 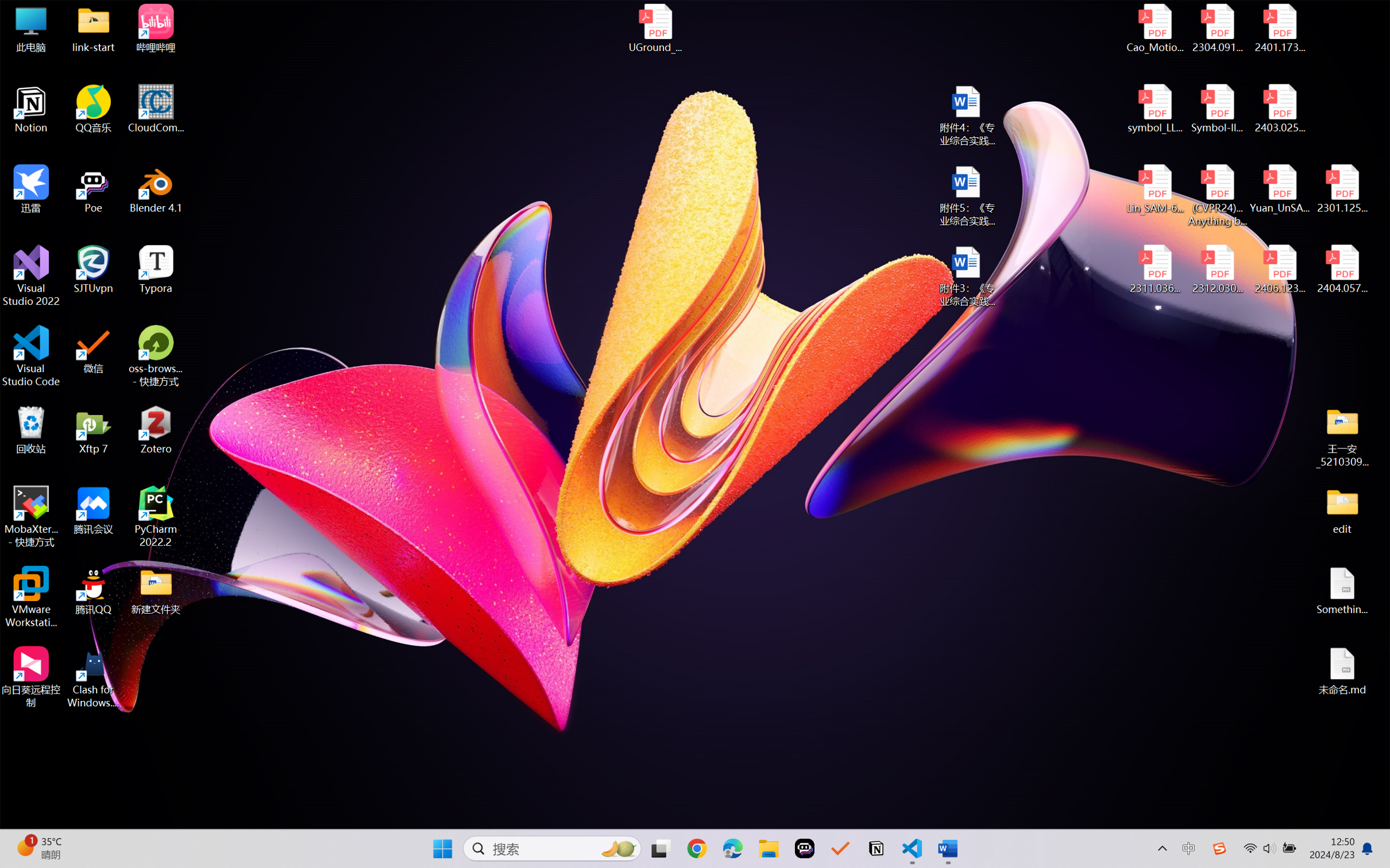 I want to click on 'Something.md', so click(x=1341, y=591).